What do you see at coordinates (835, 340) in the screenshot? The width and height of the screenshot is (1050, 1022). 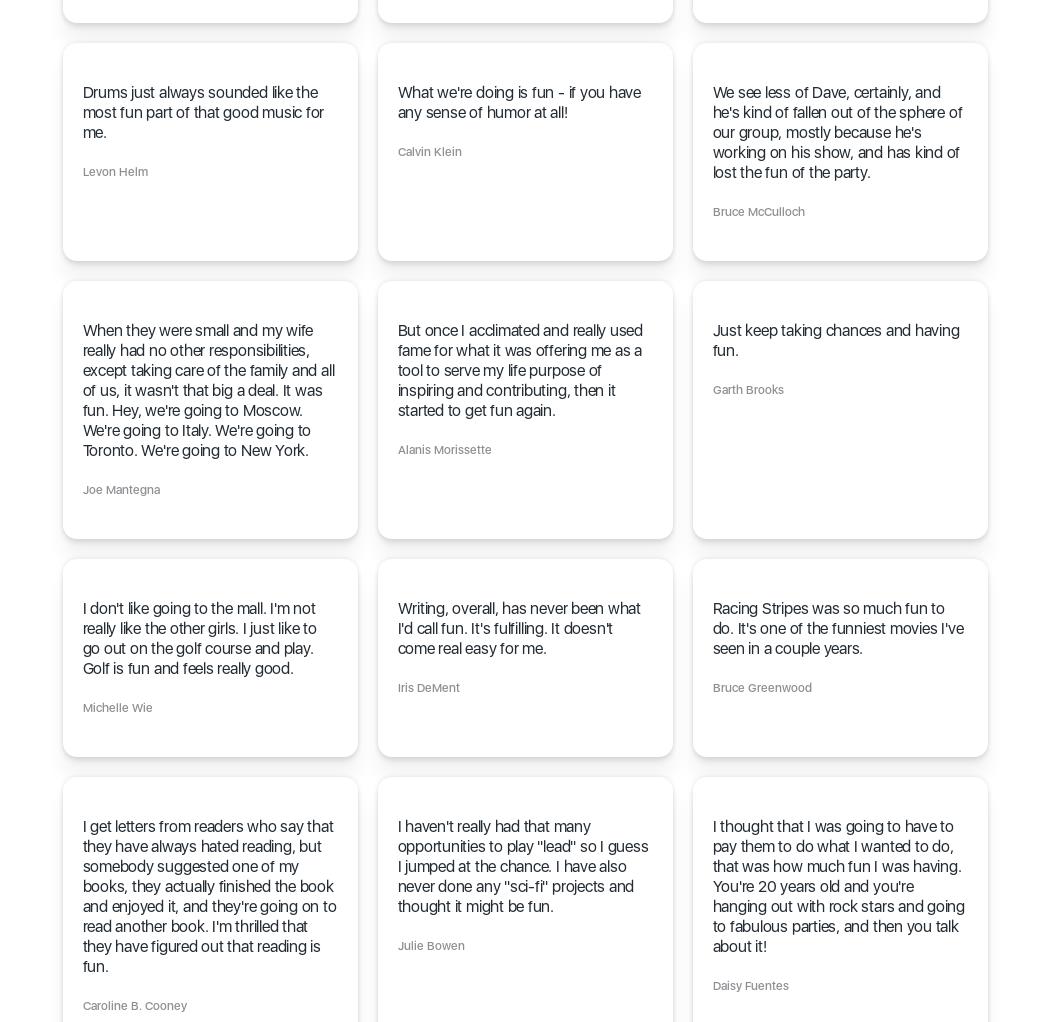 I see `'Just keep taking chances and having fun.'` at bounding box center [835, 340].